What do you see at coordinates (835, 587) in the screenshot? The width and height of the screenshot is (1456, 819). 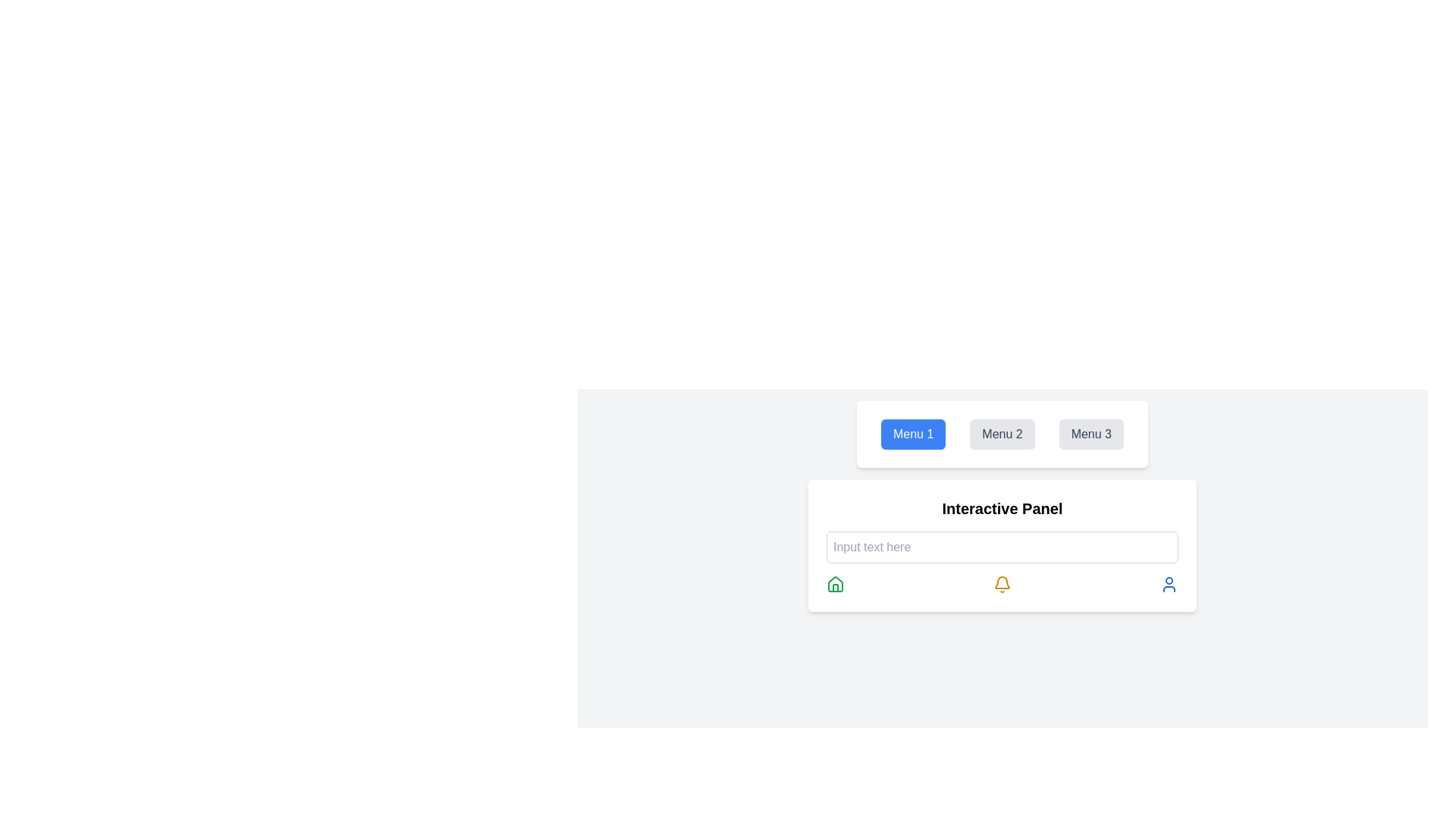 I see `the house-shaped icon's base structure, which is a part of a minimalist SVG graphic located at the center of the house icon` at bounding box center [835, 587].